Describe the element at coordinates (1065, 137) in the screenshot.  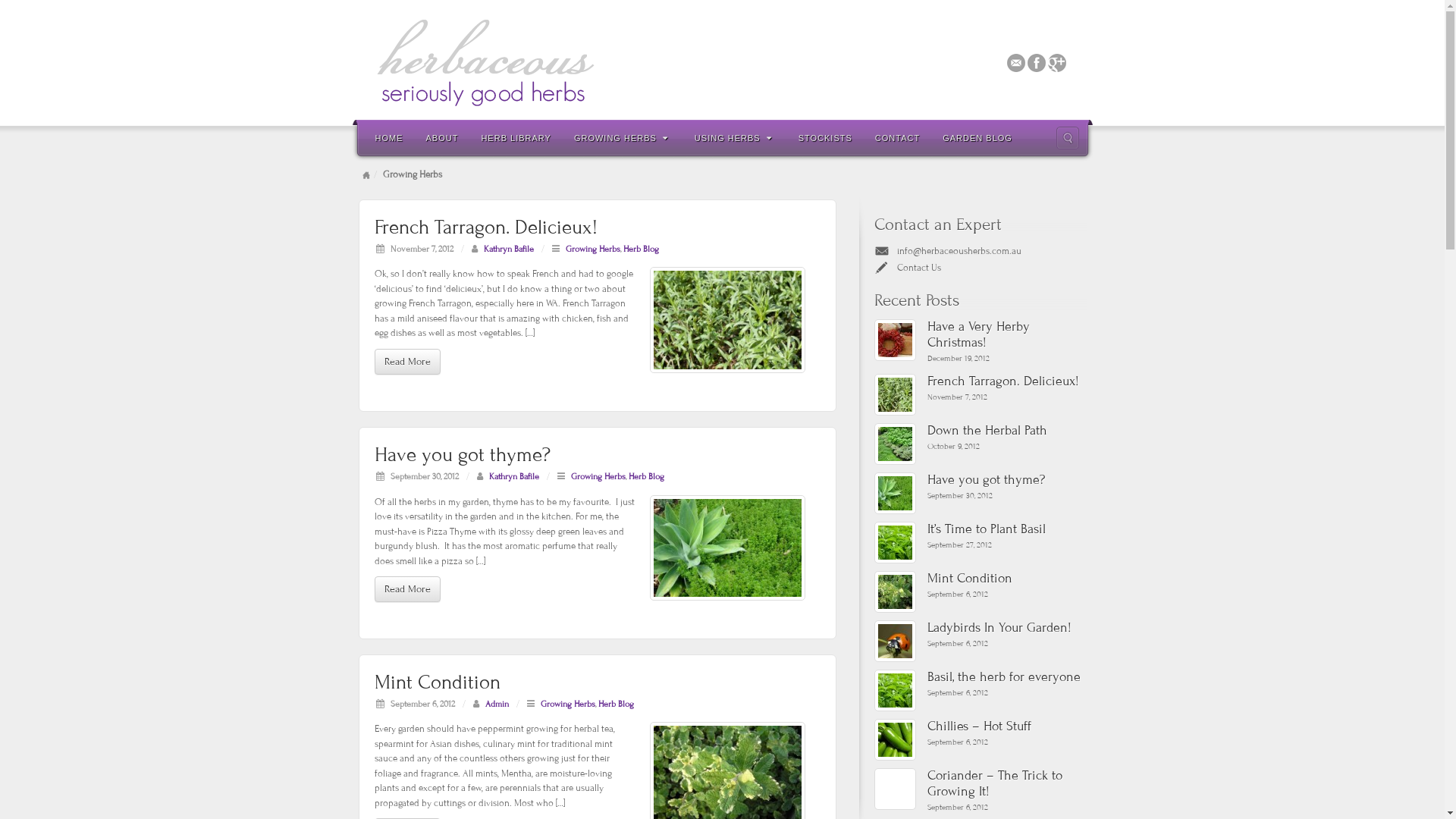
I see `'Search the site...'` at that location.